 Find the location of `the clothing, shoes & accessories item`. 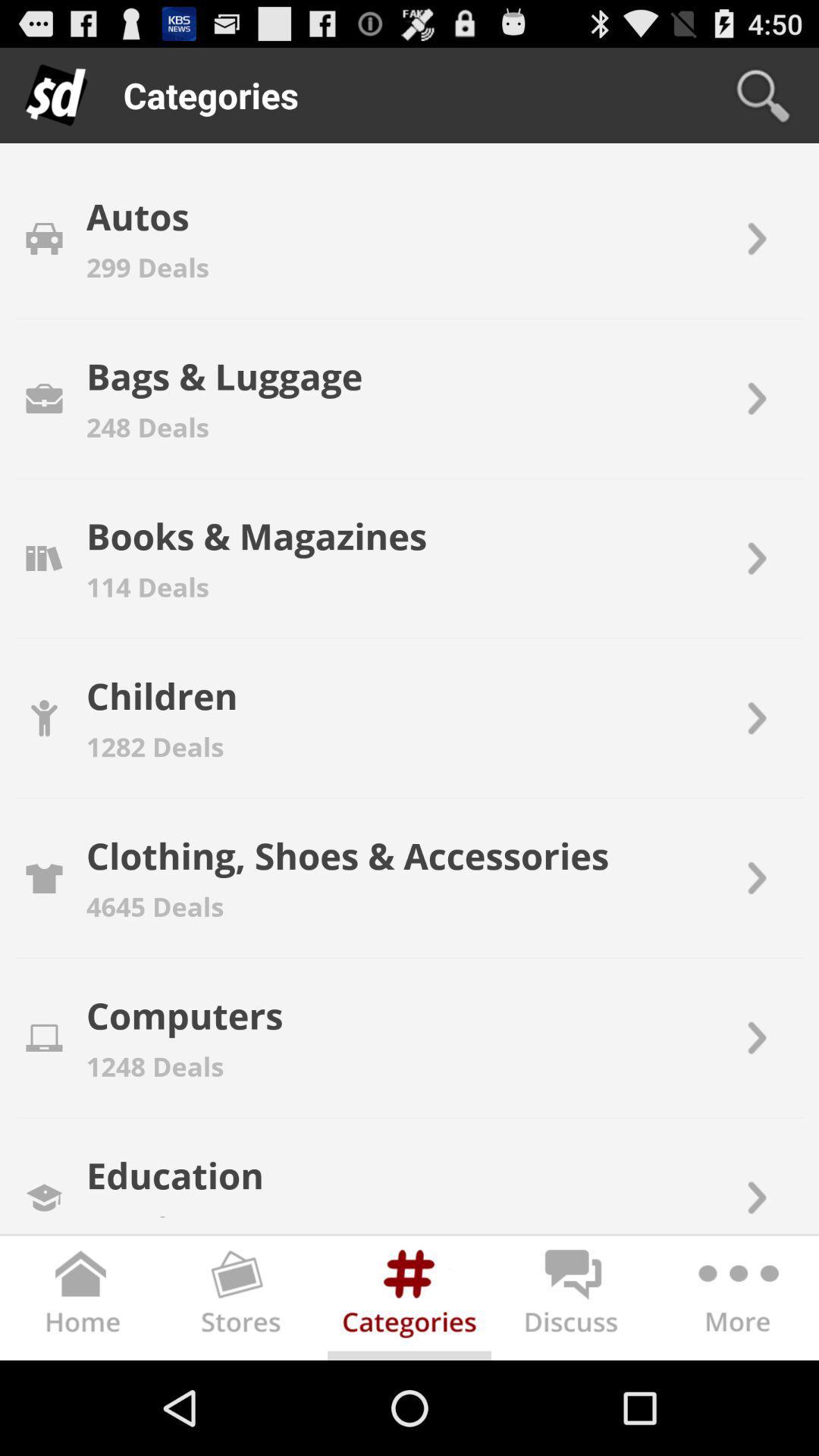

the clothing, shoes & accessories item is located at coordinates (347, 855).